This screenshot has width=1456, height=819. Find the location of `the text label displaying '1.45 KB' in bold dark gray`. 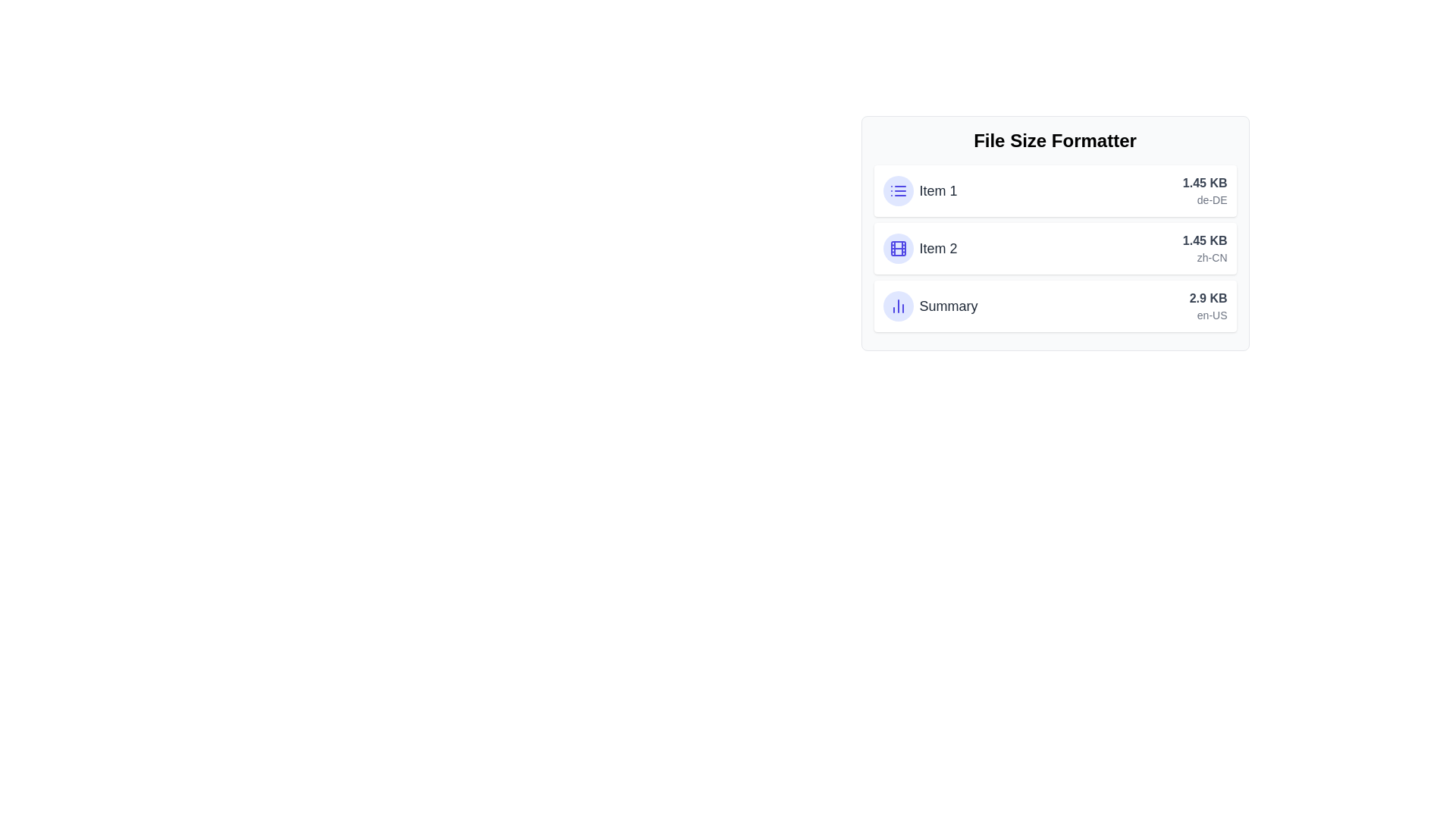

the text label displaying '1.45 KB' in bold dark gray is located at coordinates (1204, 240).